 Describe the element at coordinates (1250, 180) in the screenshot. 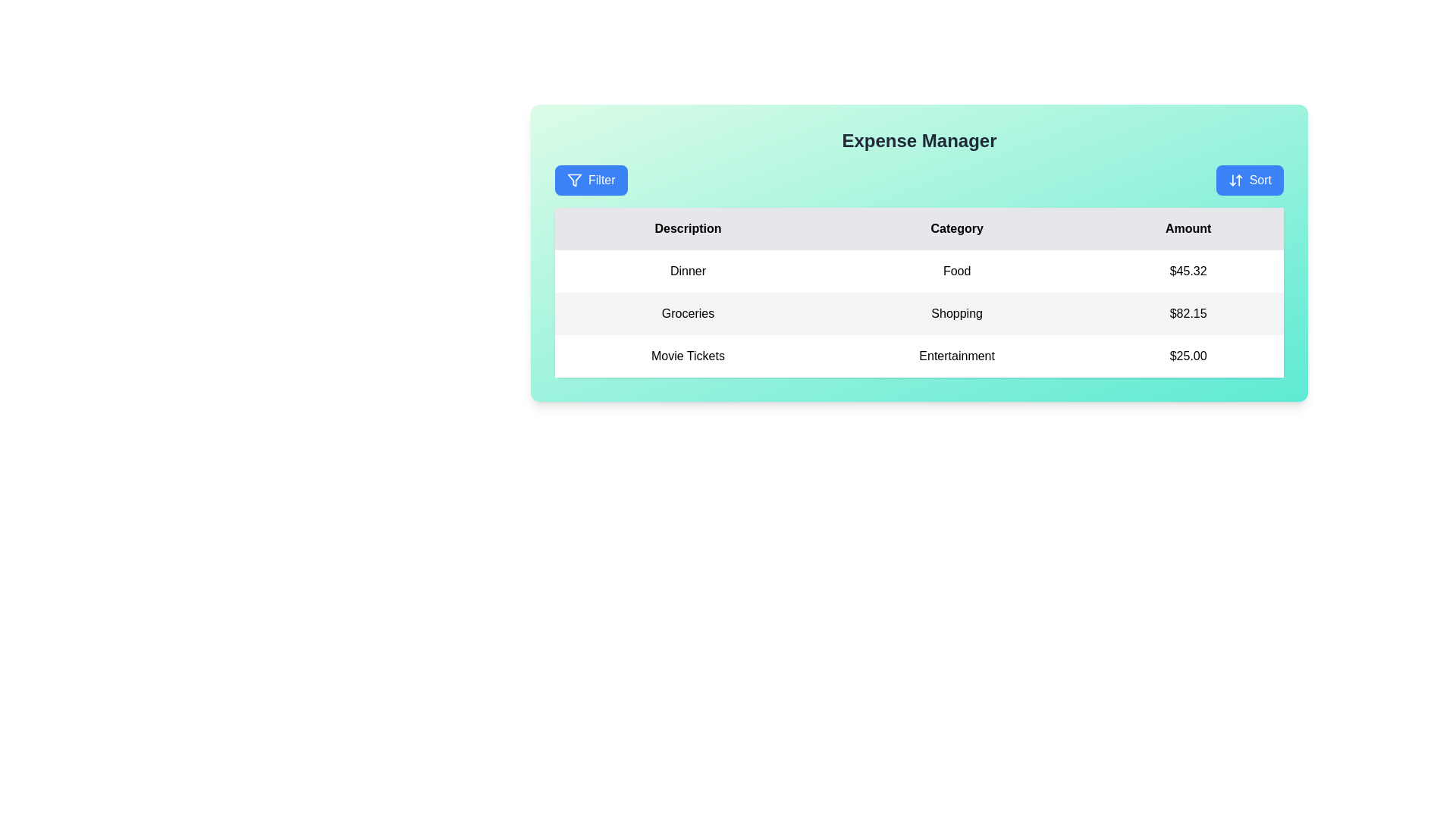

I see `the 'Sort' button, which is a rectangular button with a blue background and white text, located in the top right corner above the 'Expense Manager' title` at that location.